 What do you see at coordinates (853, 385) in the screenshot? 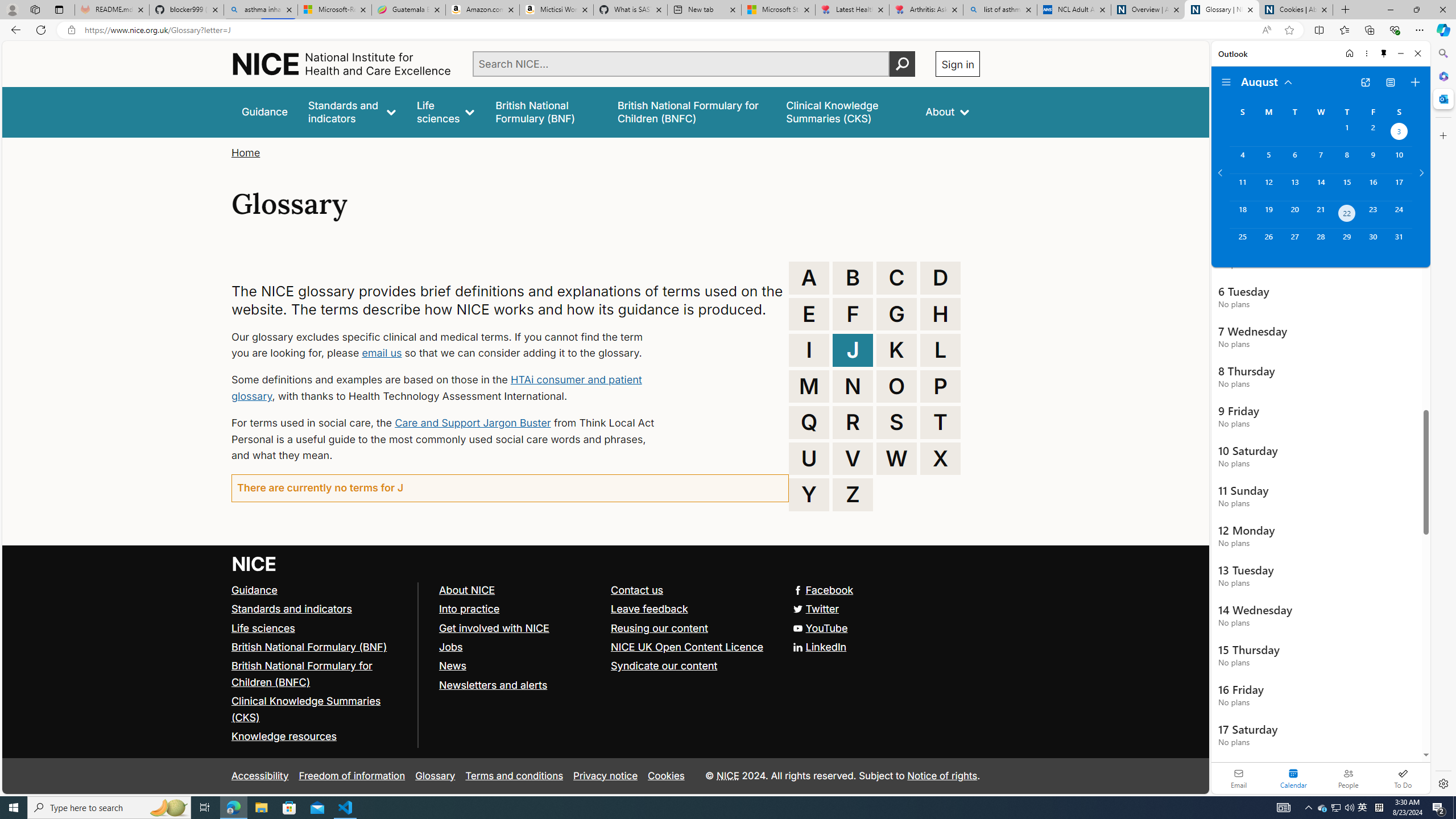
I see `'N'` at bounding box center [853, 385].